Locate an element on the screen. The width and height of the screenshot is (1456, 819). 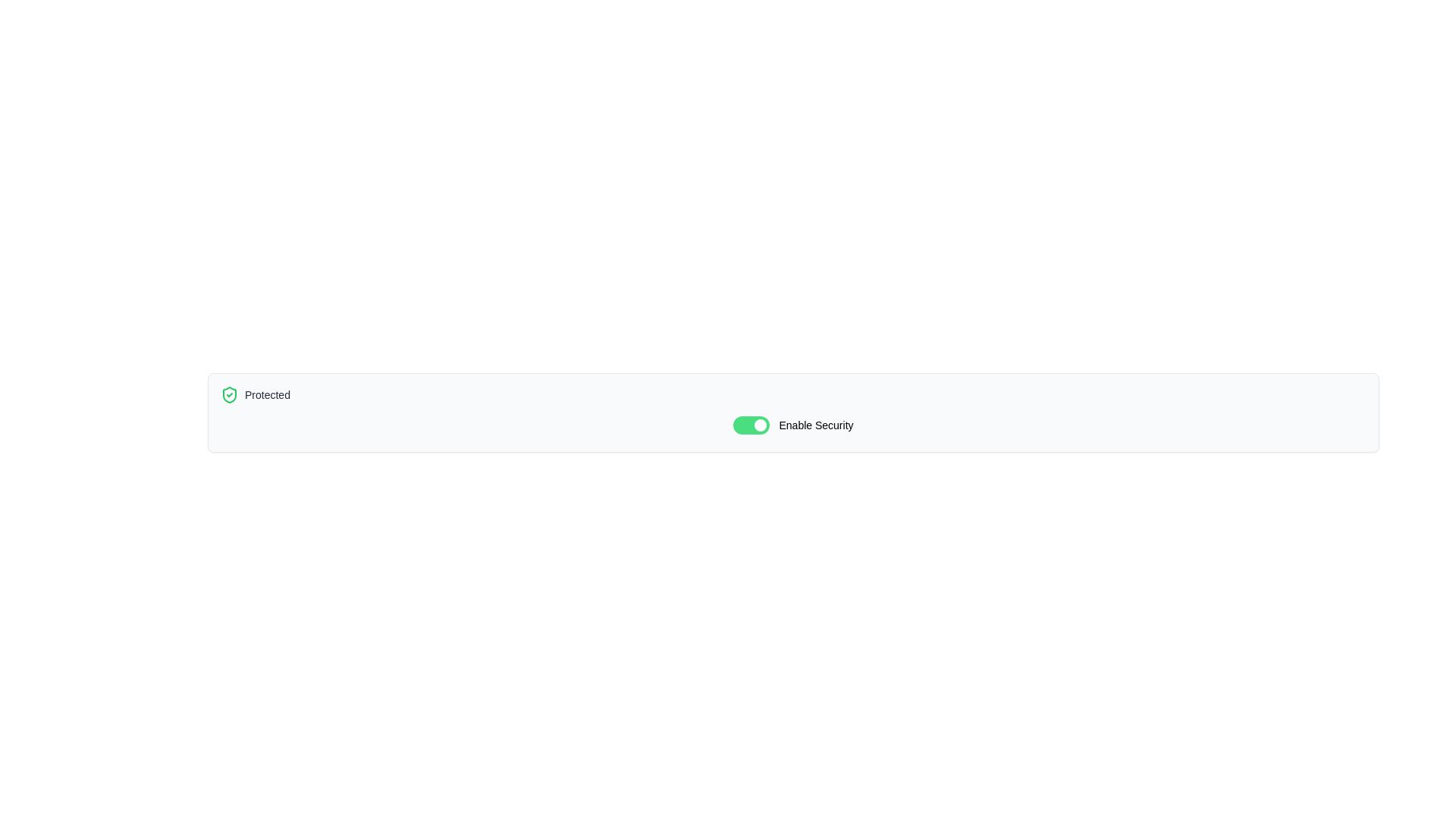
the area surrounding the shield icon that indicates security is active, located on the left-hand side of the control panel near the text 'Protected' is located at coordinates (228, 394).